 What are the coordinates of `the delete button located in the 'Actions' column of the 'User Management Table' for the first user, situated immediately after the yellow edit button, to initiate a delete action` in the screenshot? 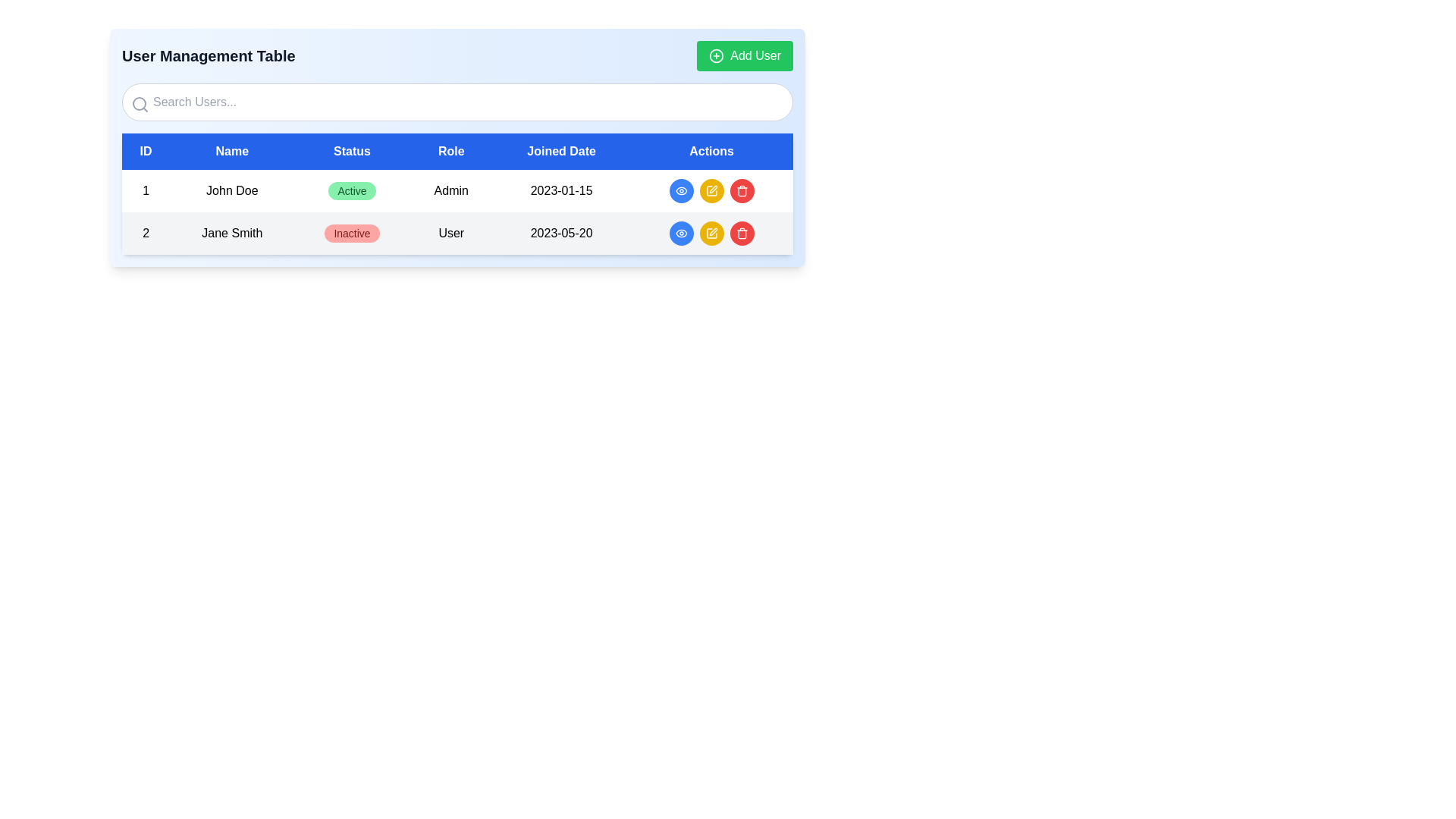 It's located at (742, 190).